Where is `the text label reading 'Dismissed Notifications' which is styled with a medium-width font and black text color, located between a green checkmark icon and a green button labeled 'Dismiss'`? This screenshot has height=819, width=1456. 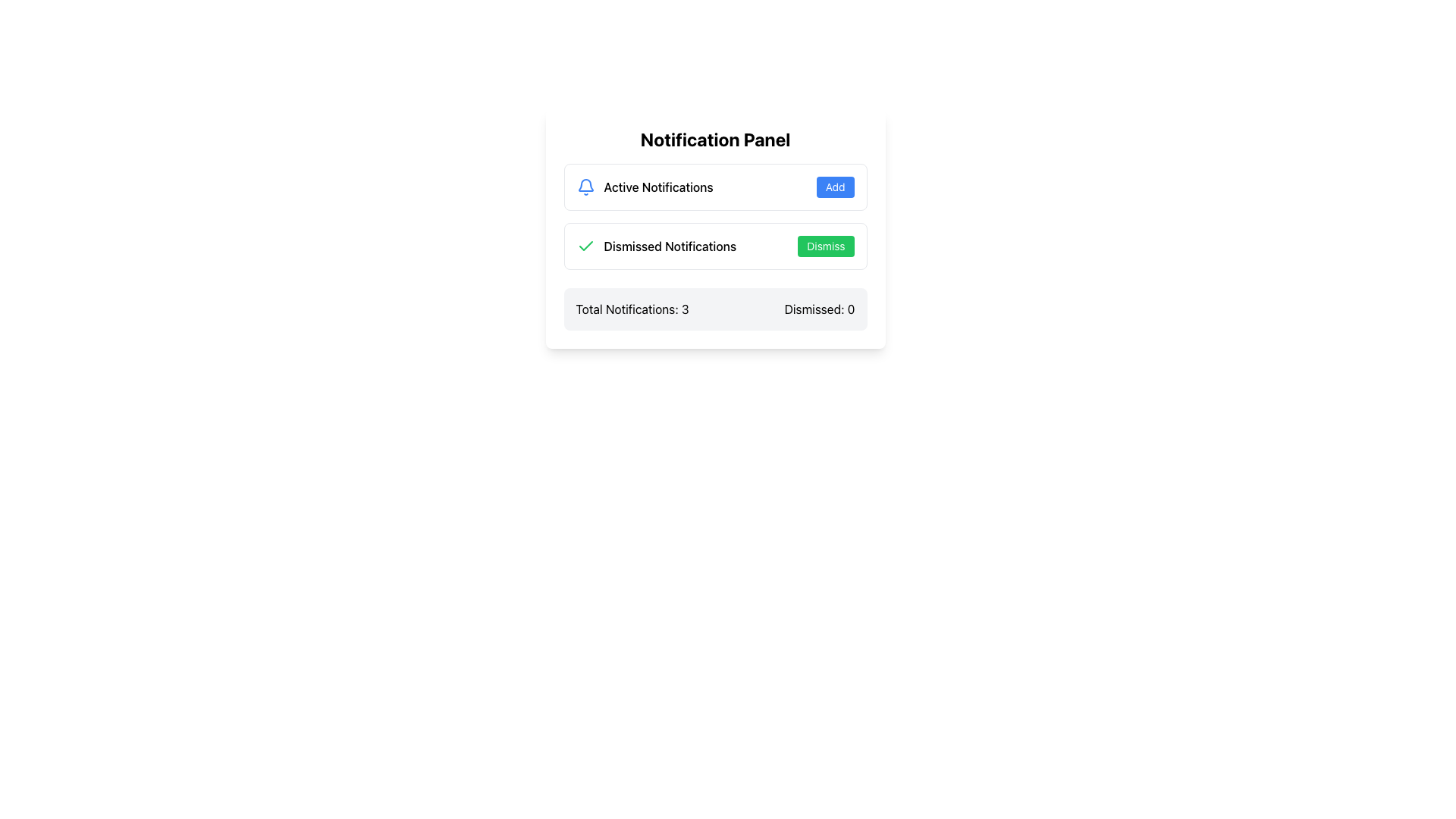 the text label reading 'Dismissed Notifications' which is styled with a medium-width font and black text color, located between a green checkmark icon and a green button labeled 'Dismiss' is located at coordinates (669, 245).